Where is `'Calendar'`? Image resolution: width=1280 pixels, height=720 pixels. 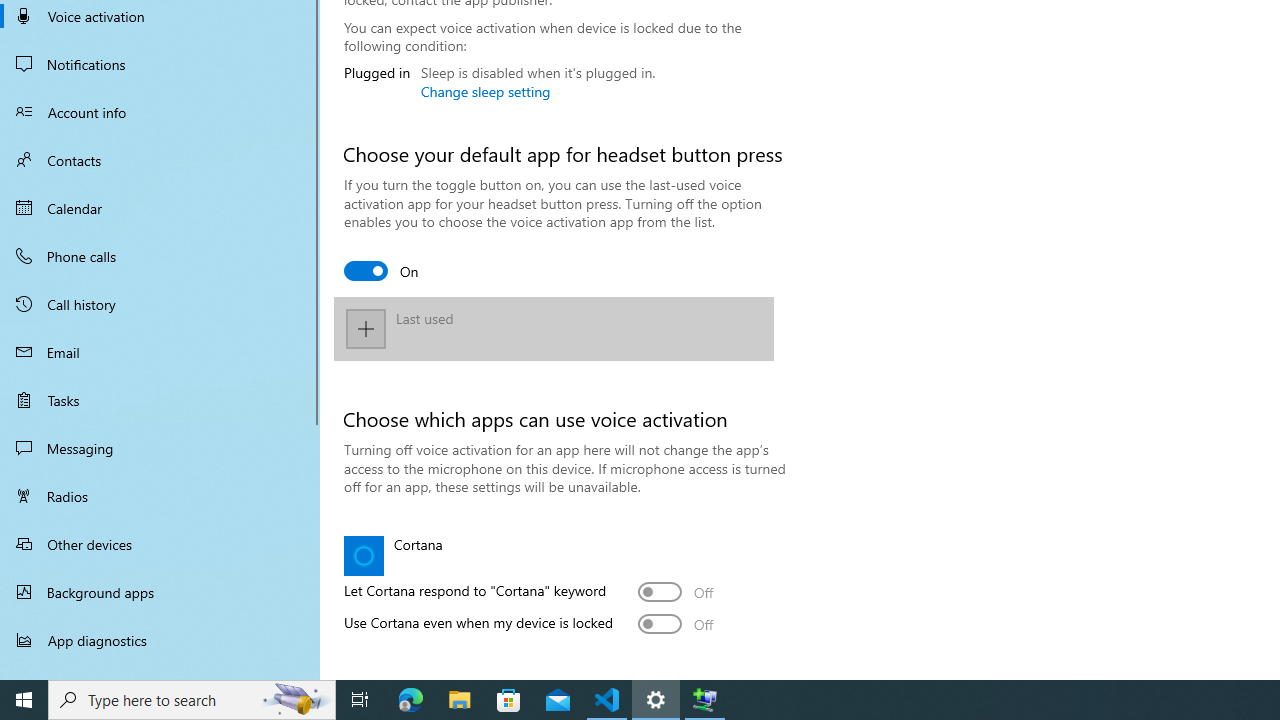 'Calendar' is located at coordinates (160, 208).